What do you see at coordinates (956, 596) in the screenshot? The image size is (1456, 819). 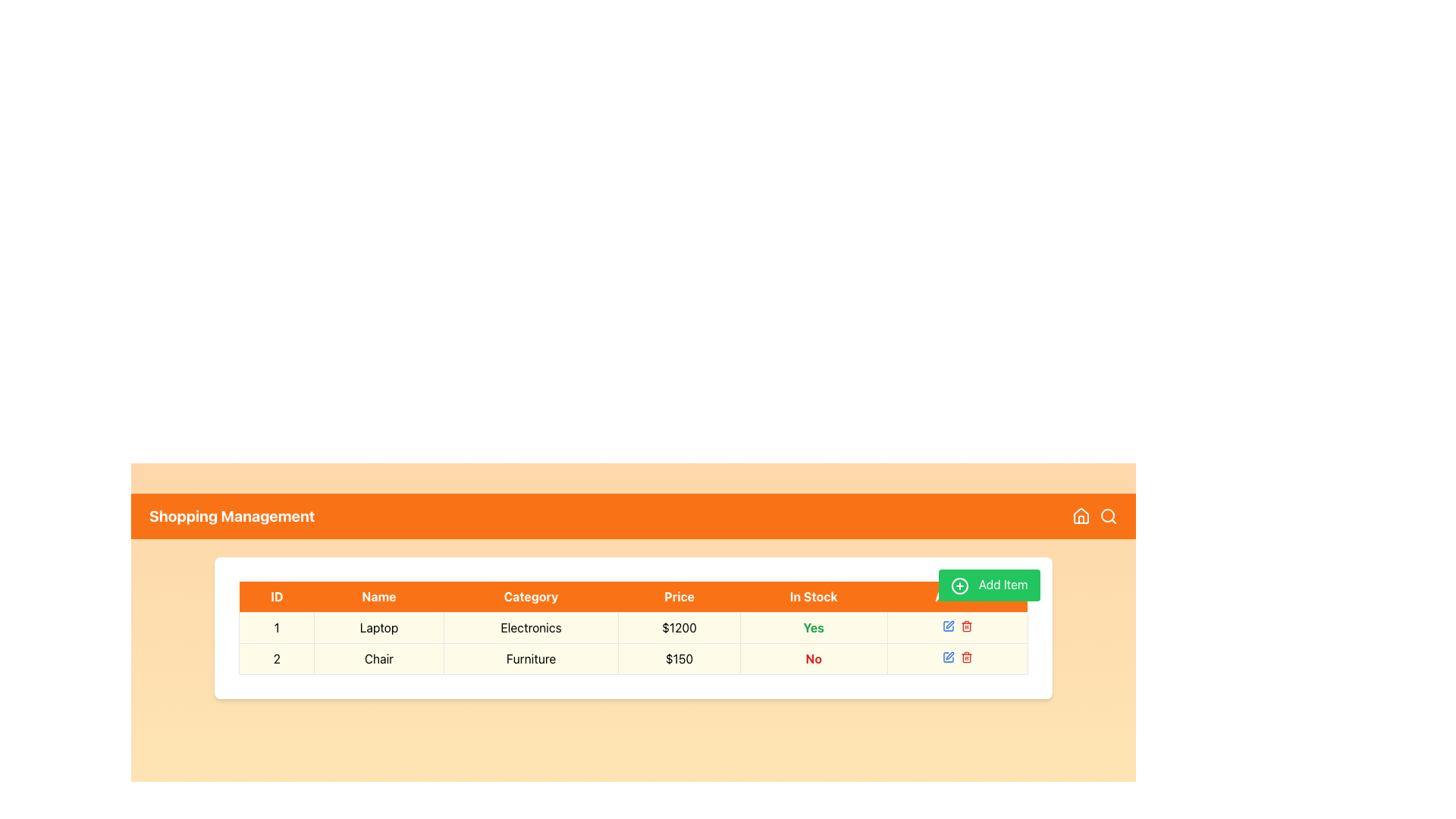 I see `the header text label of the actions column in the data table, located at the far right of the header row` at bounding box center [956, 596].